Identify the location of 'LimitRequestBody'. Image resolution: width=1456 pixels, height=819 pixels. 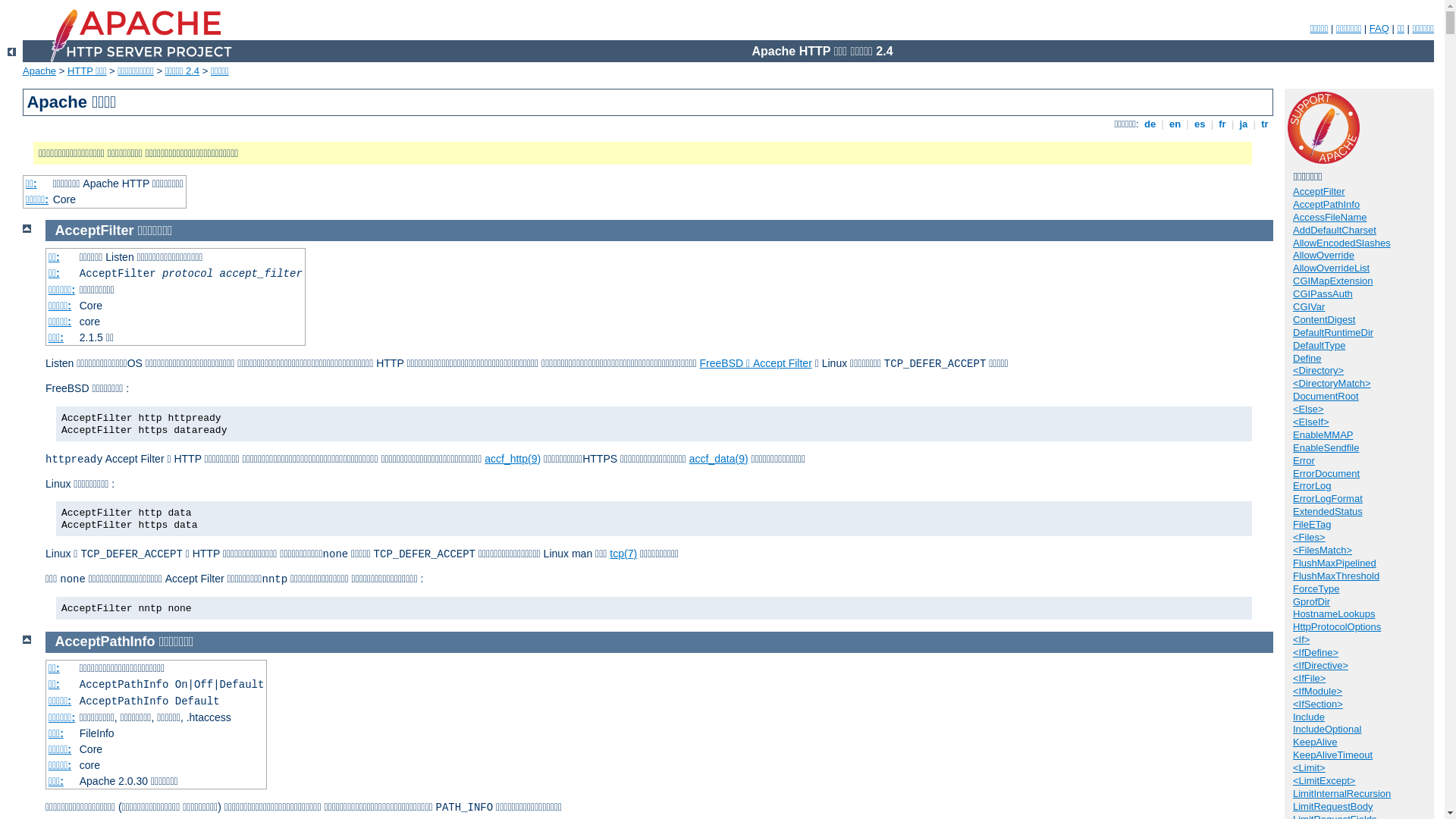
(1332, 805).